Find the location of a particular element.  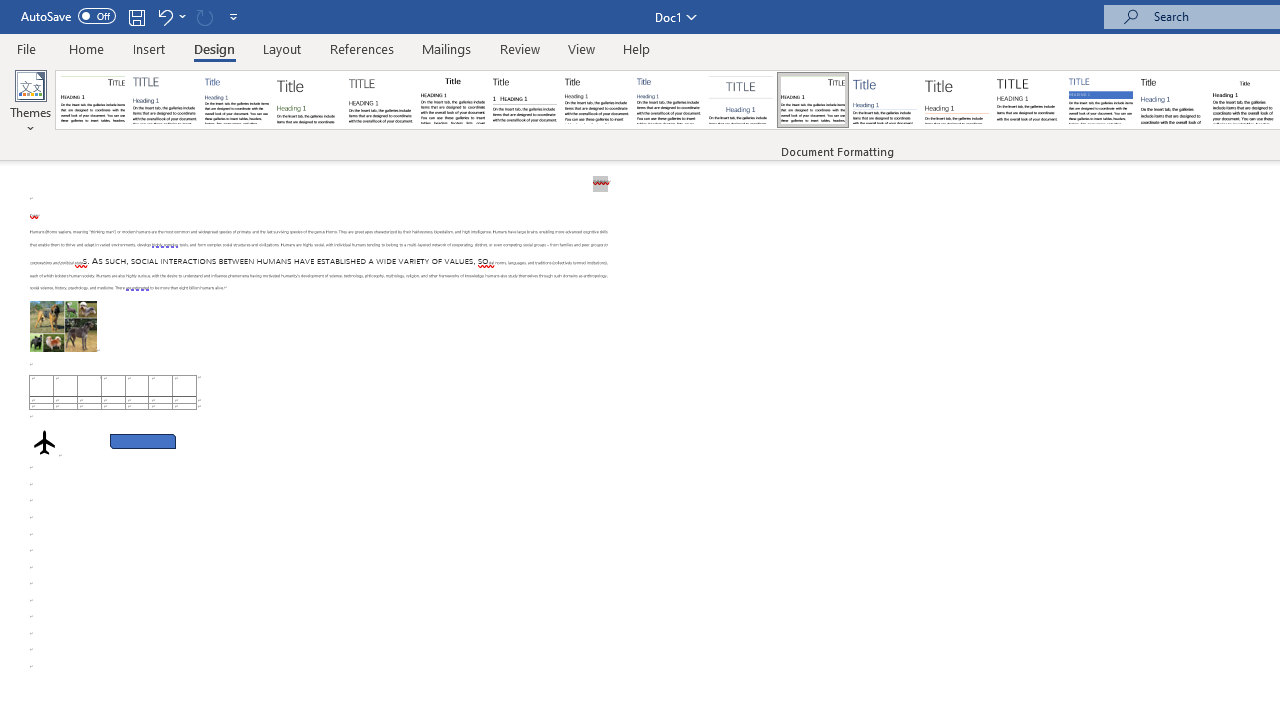

'Airplane with solid fill' is located at coordinates (44, 441).